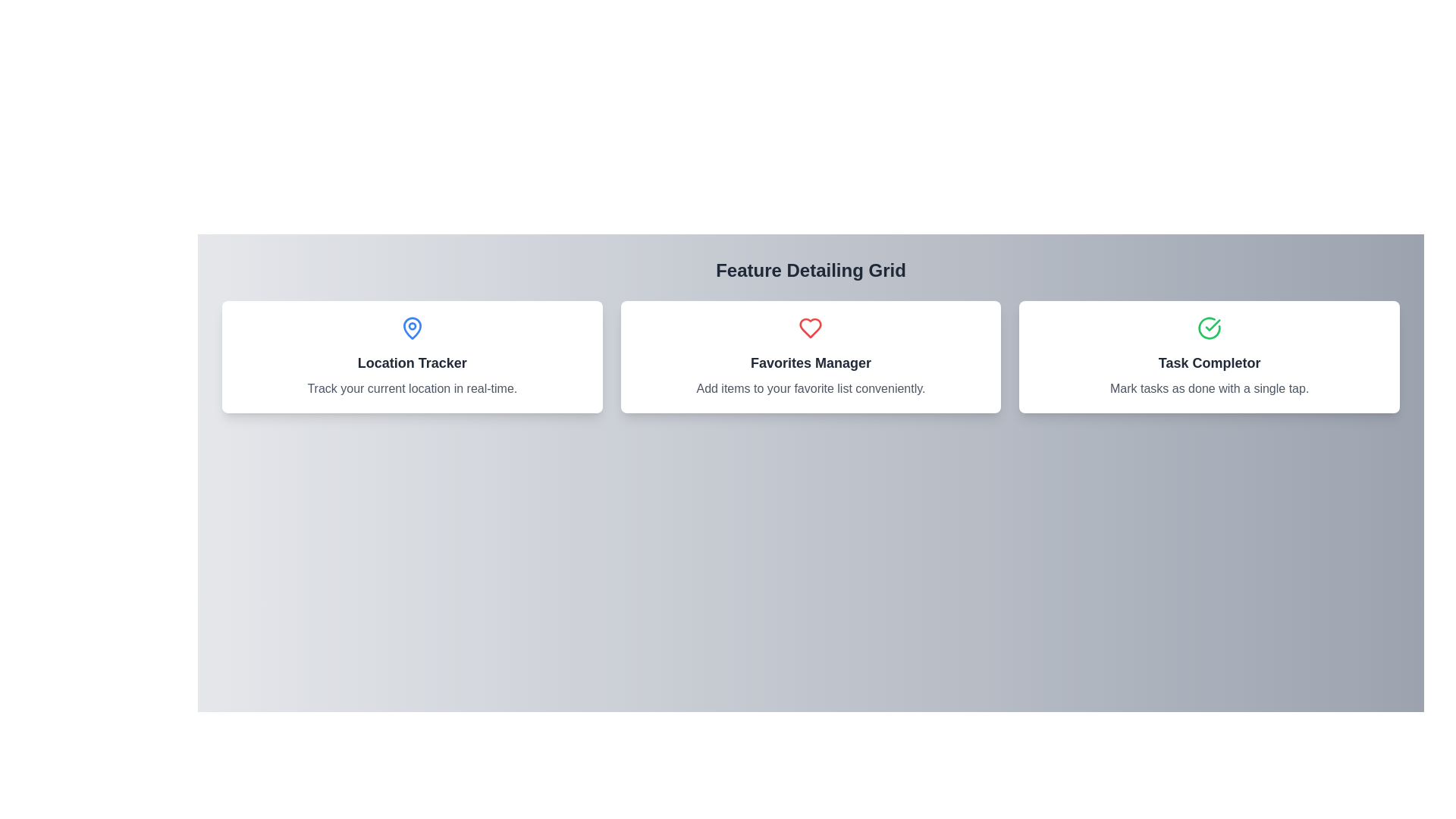  I want to click on the symbolic meaning of the map pin icon, which is styled with a blue outline, so click(412, 327).